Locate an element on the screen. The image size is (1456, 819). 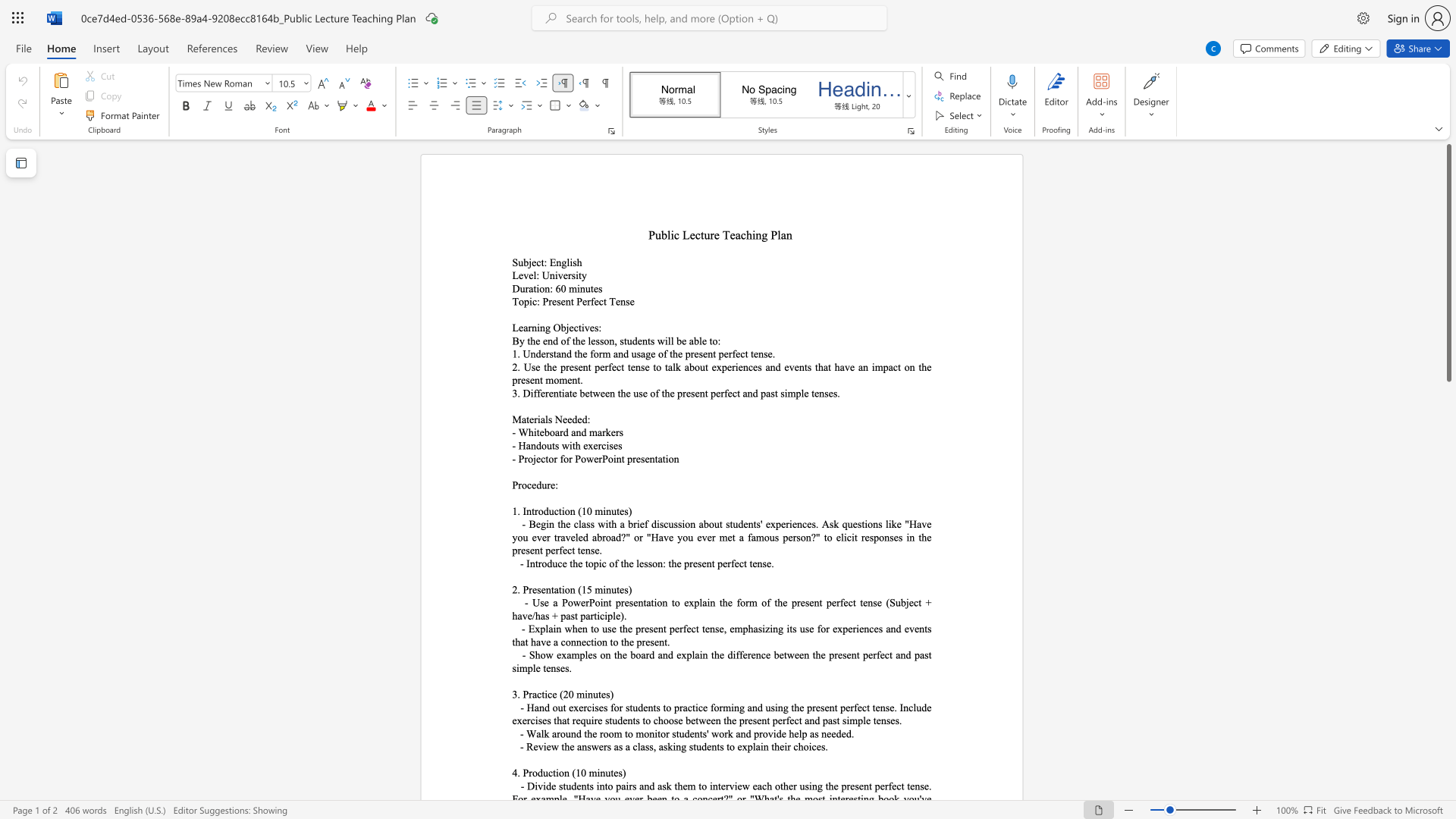
the 1th character "h" in the text is located at coordinates (588, 733).